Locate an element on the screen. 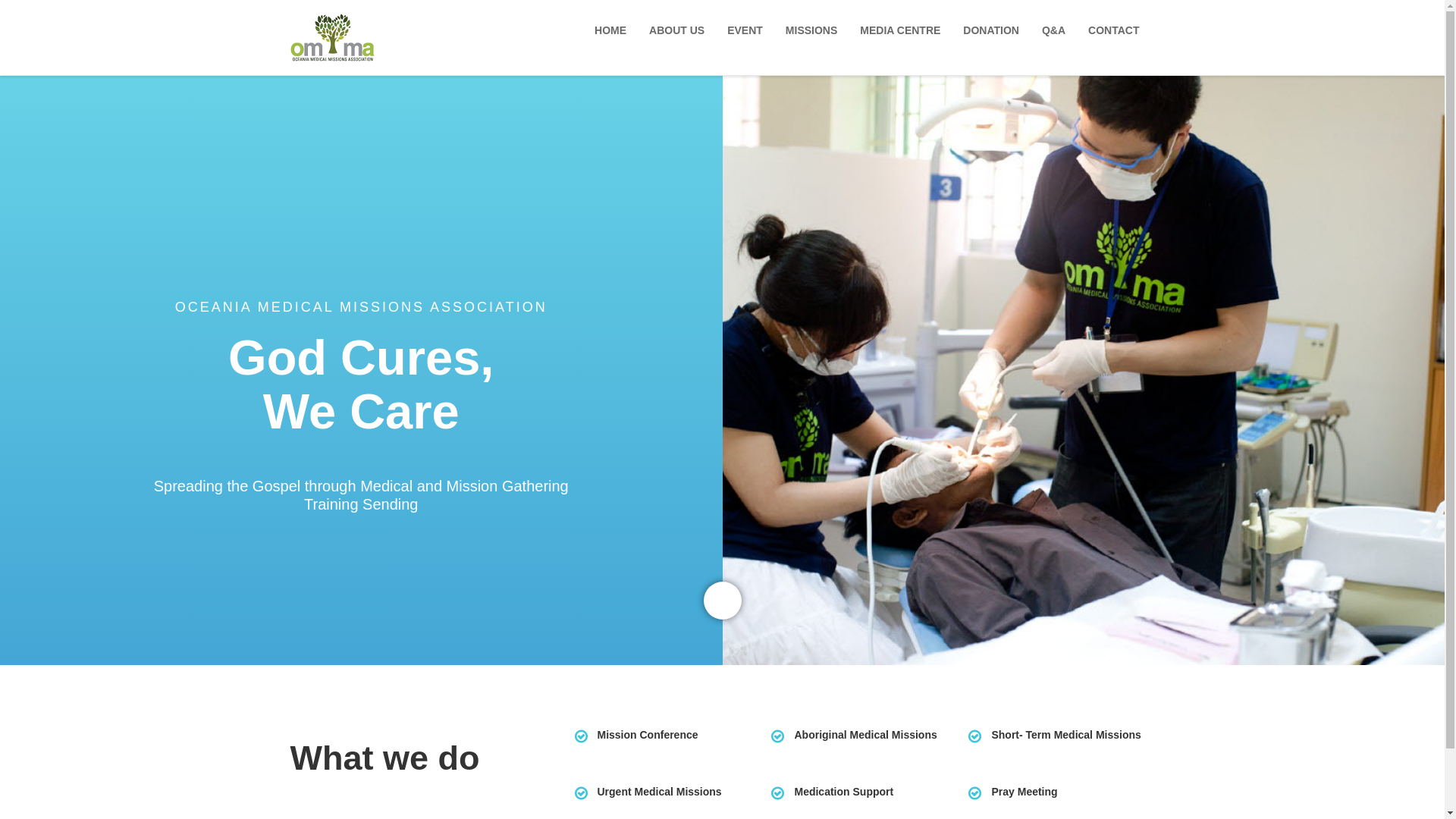  'MISSIONS' is located at coordinates (814, 30).